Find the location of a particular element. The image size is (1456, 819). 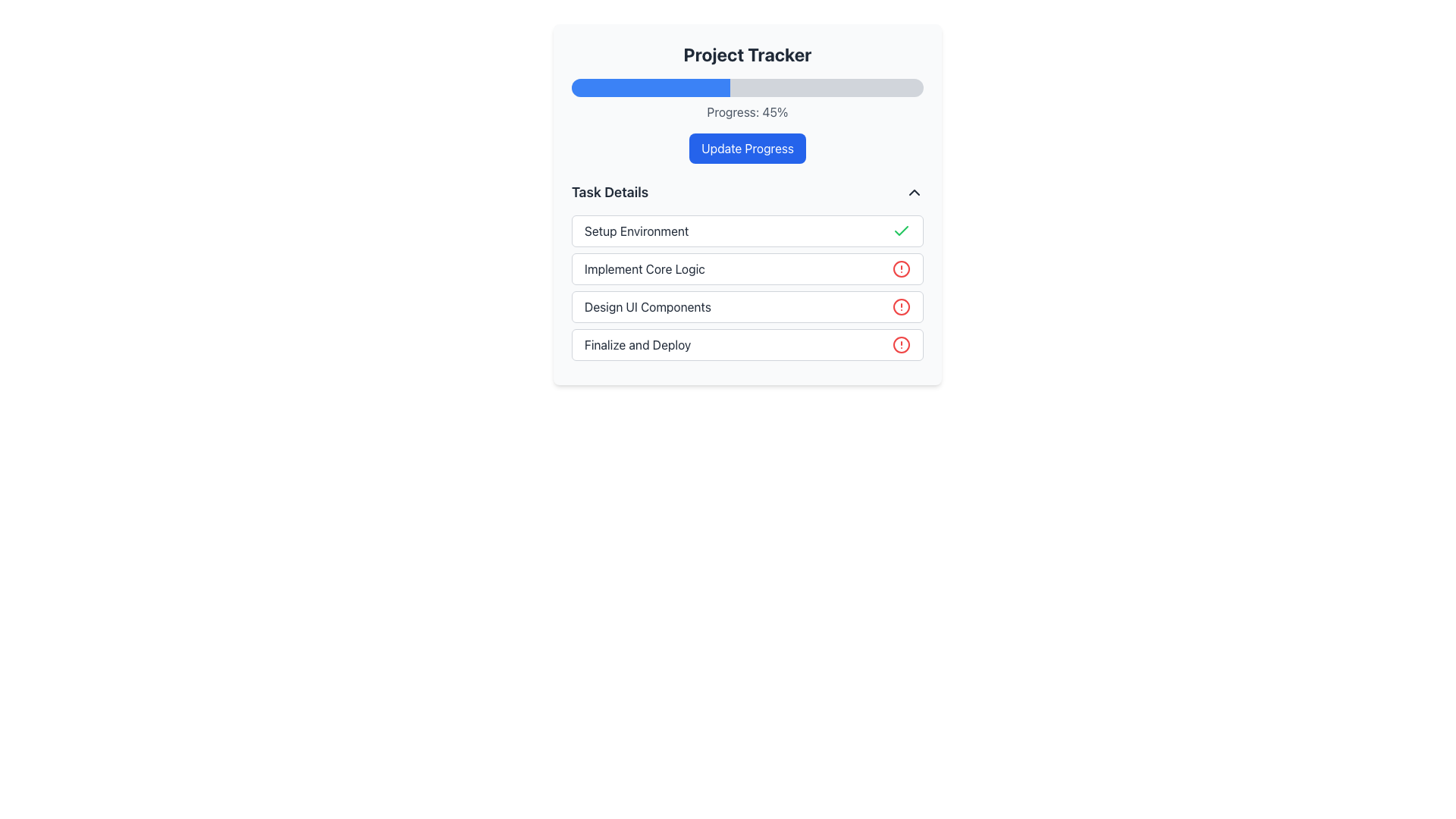

alert icon indicating an error related to the 'Design UI Components' task, located to the right of the corresponding text in the third row of the task list in the 'Task Details' section is located at coordinates (902, 307).